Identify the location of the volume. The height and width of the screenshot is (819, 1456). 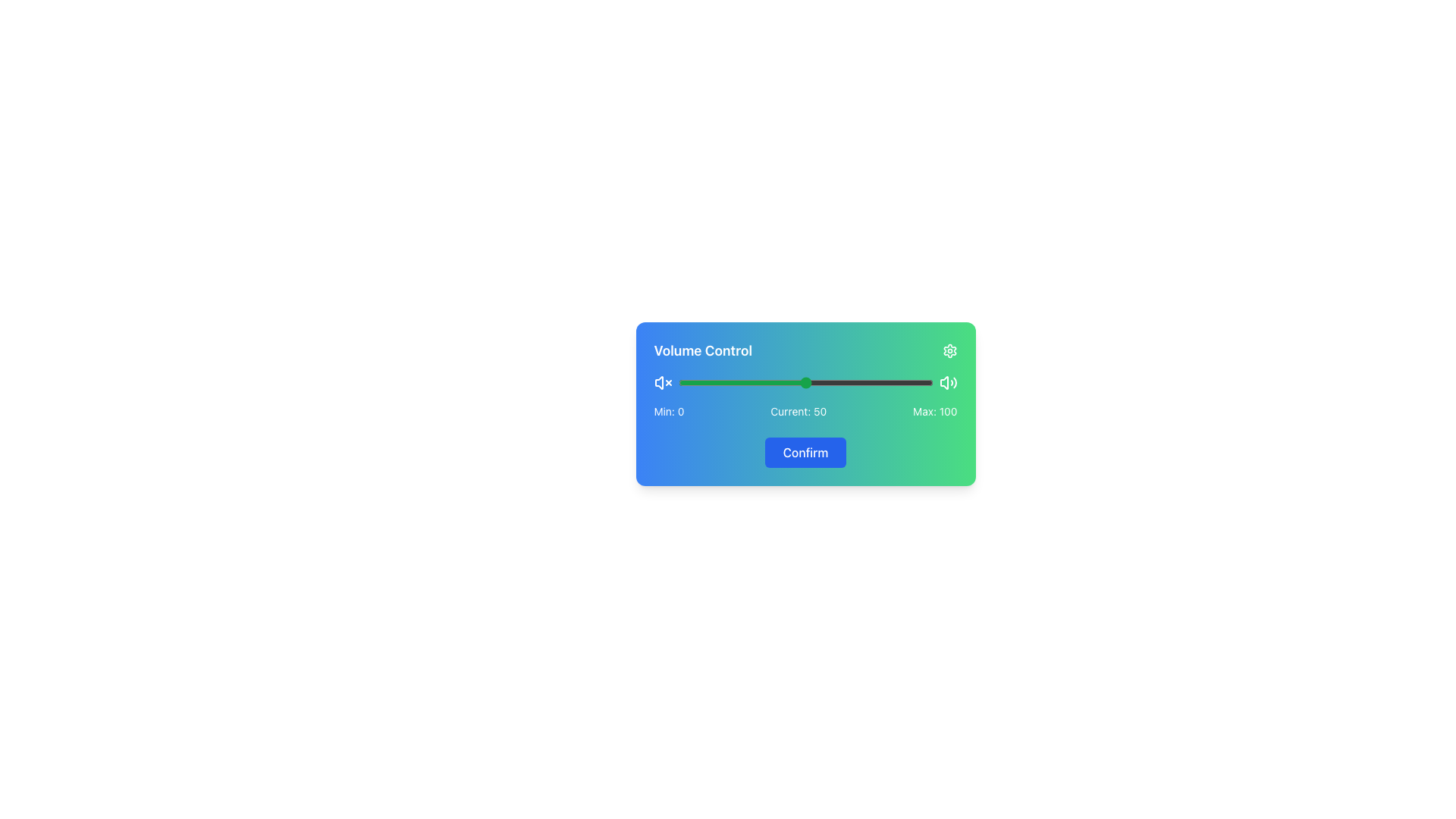
(677, 382).